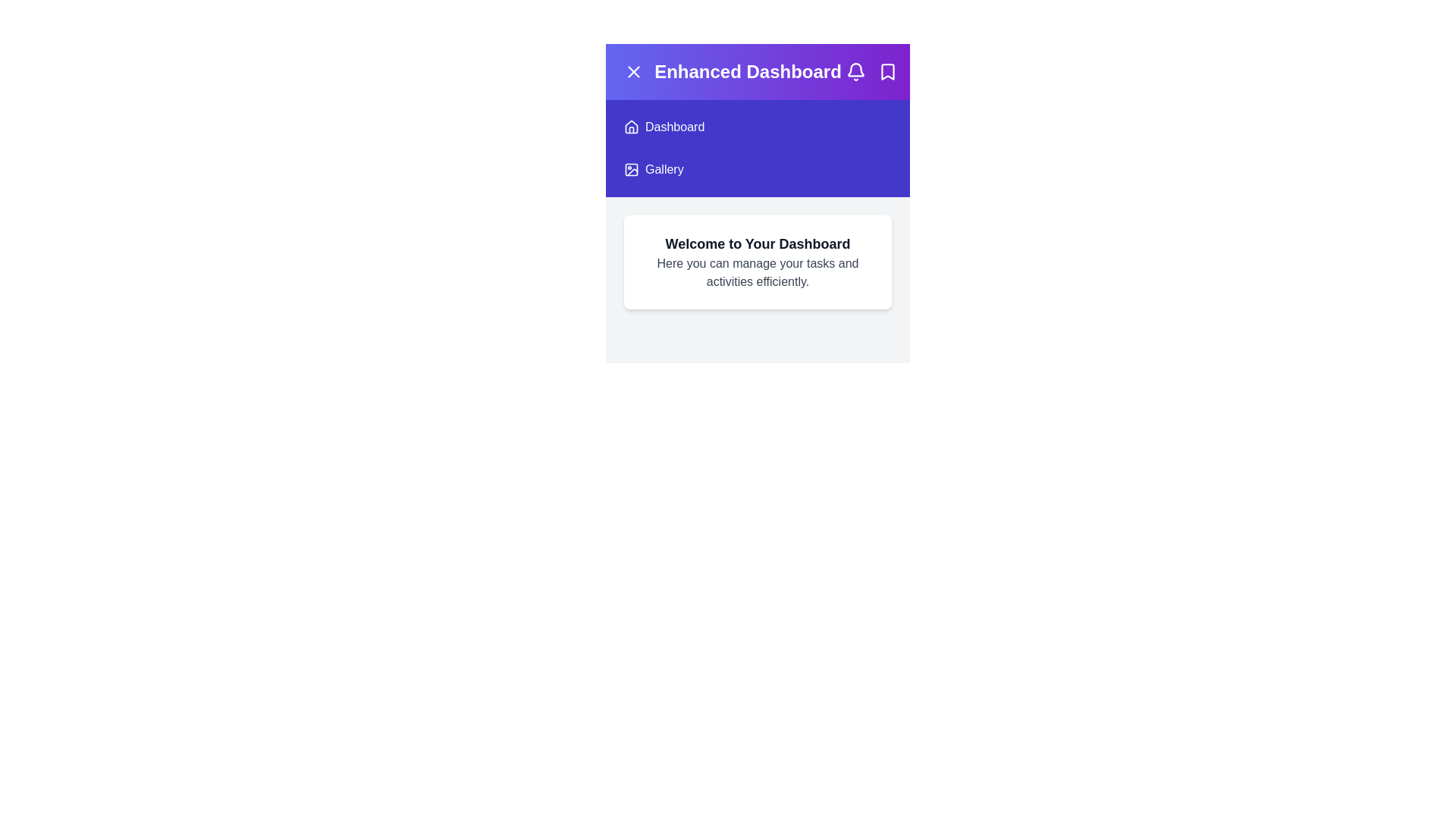 Image resolution: width=1456 pixels, height=819 pixels. What do you see at coordinates (855, 72) in the screenshot?
I see `the 'Bell' icon to trigger its functionality` at bounding box center [855, 72].